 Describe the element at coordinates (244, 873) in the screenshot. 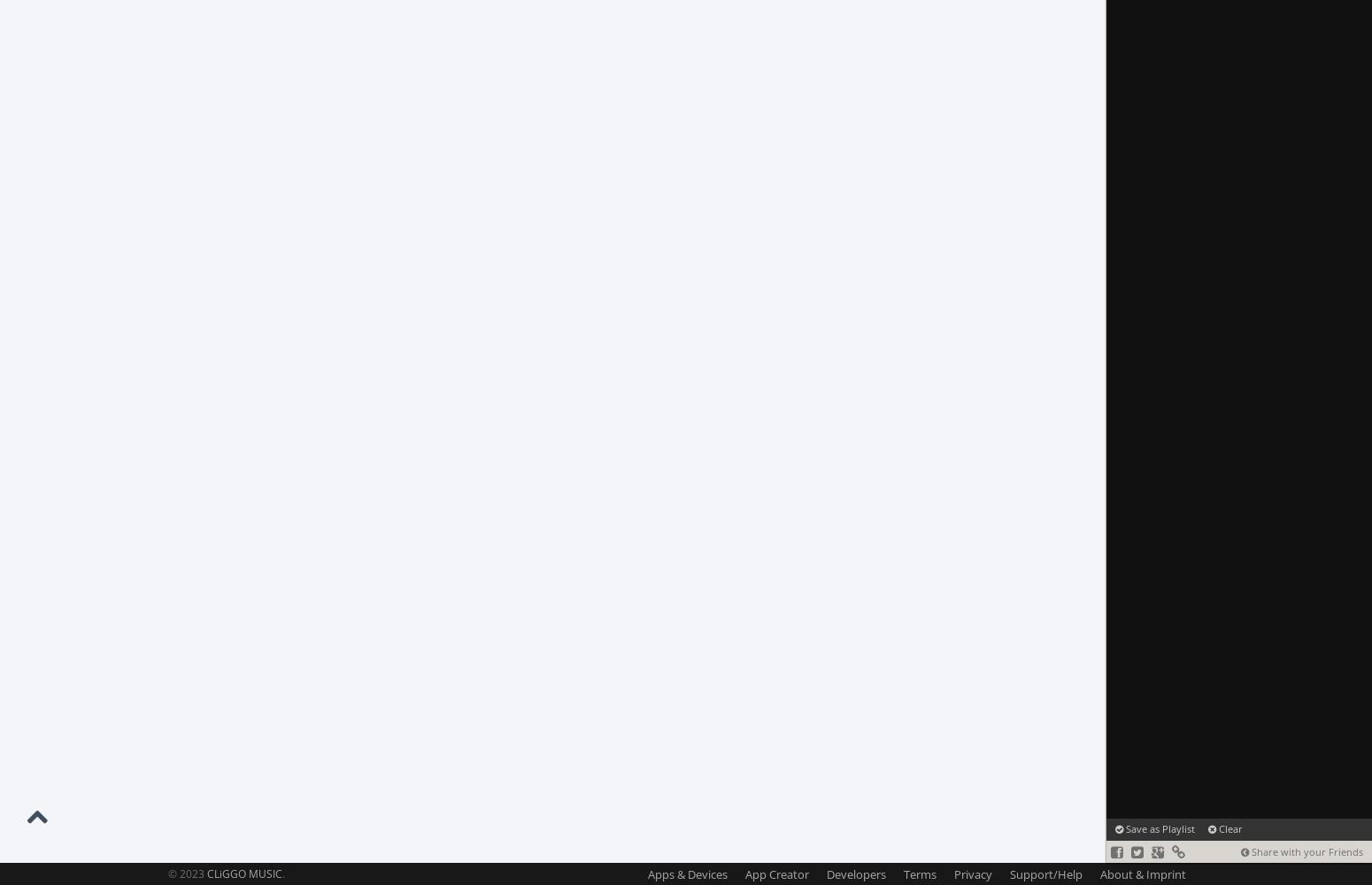

I see `'CLiGGO MUSIC'` at that location.